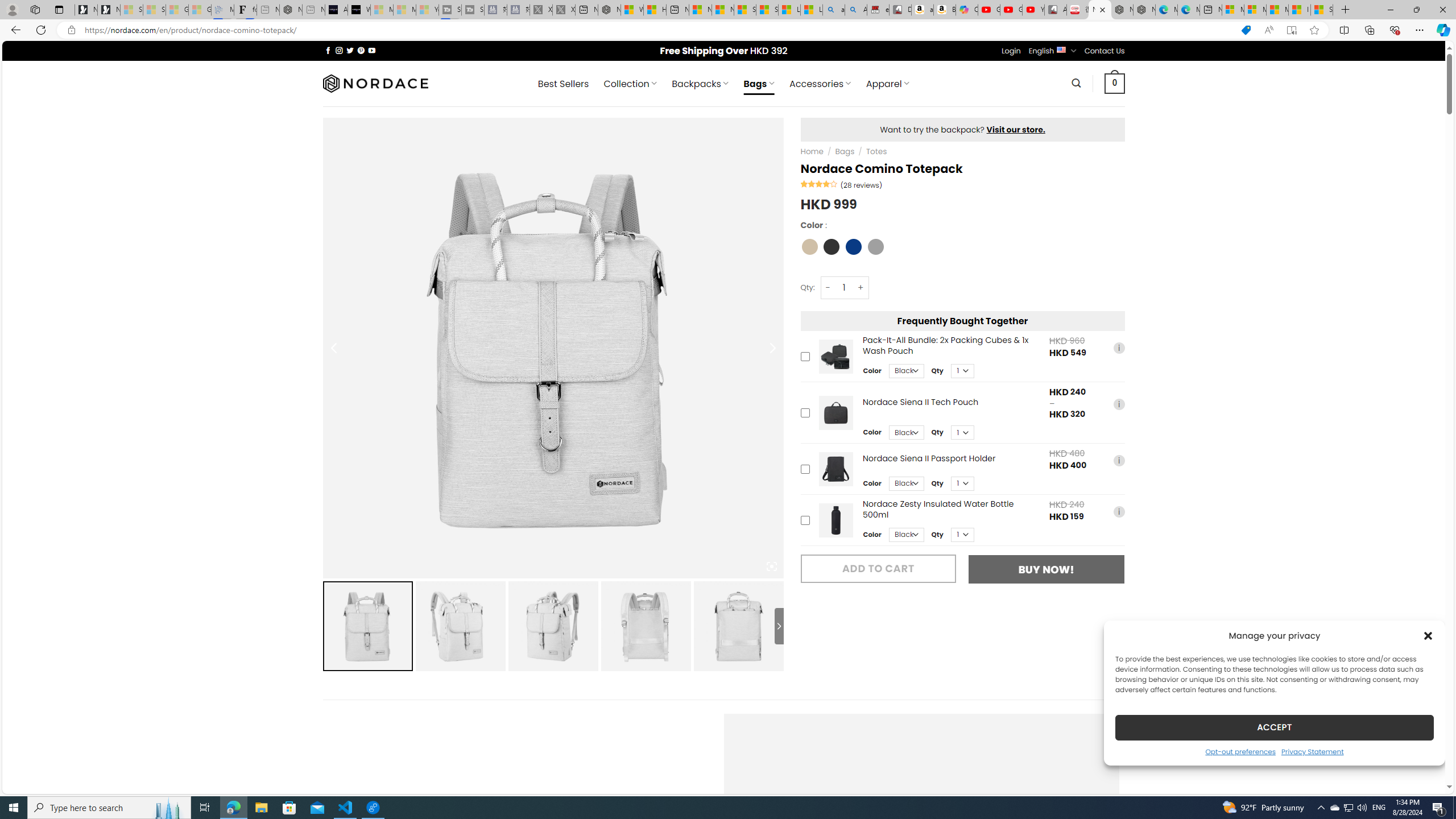 The width and height of the screenshot is (1456, 819). Describe the element at coordinates (631, 9) in the screenshot. I see `'Wildlife - MSN'` at that location.